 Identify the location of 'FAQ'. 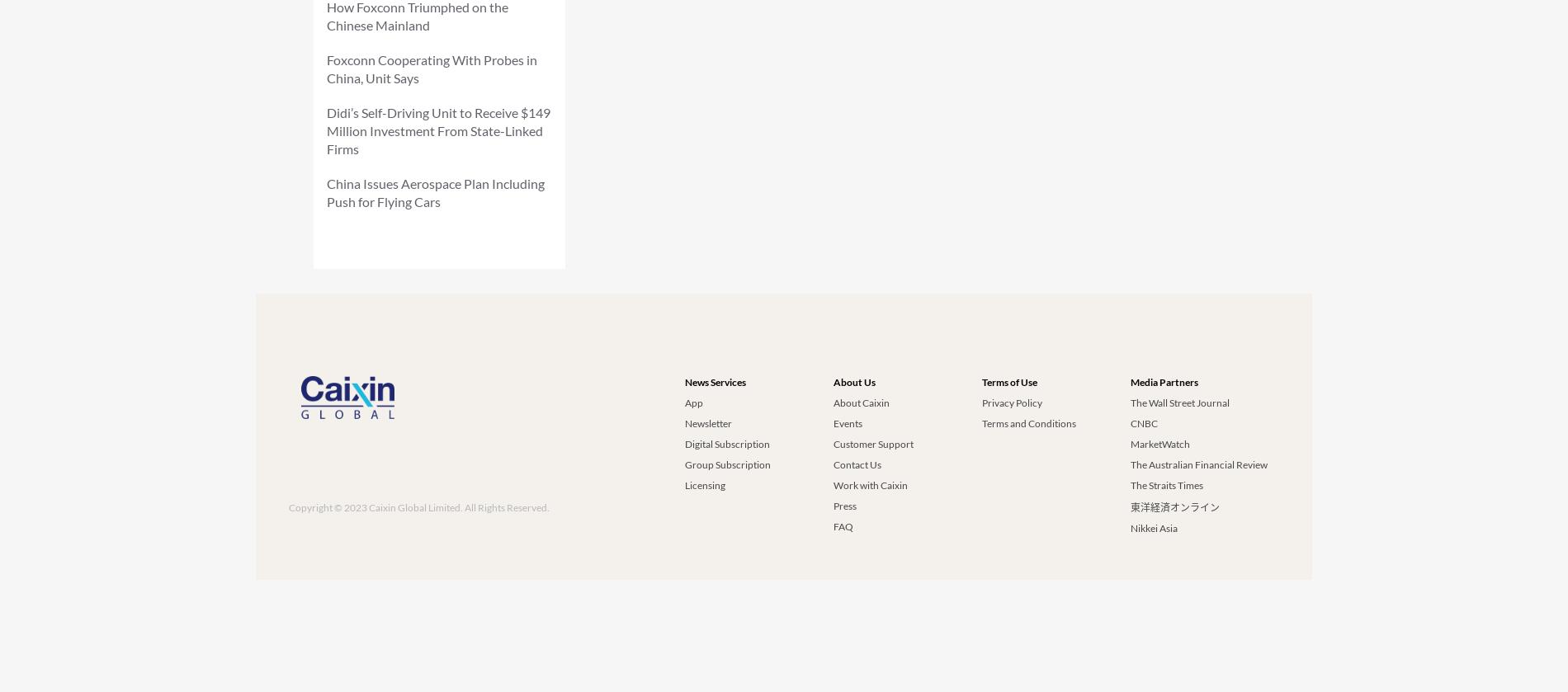
(843, 525).